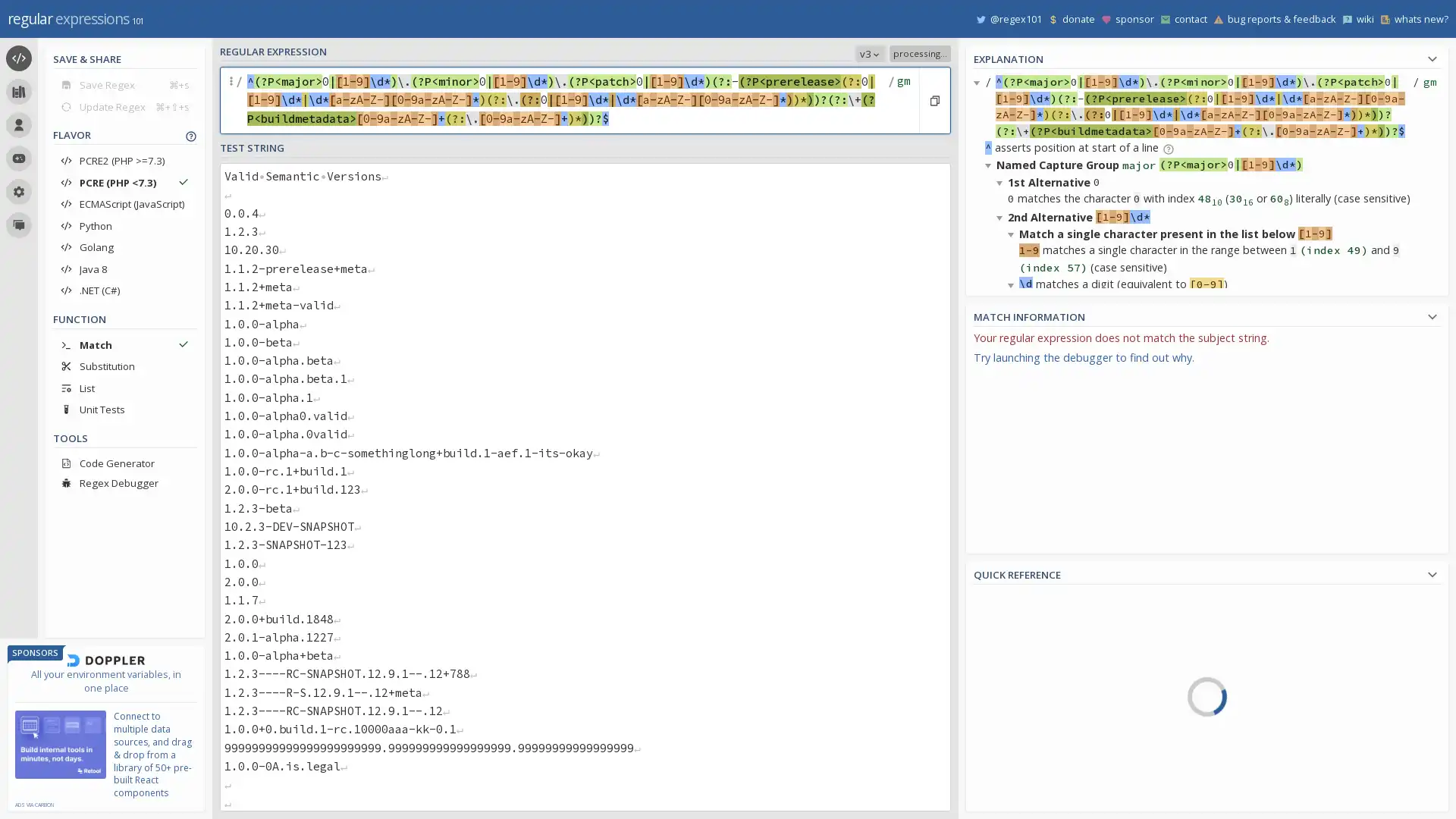 The width and height of the screenshot is (1456, 819). What do you see at coordinates (1014, 595) in the screenshot?
I see `Match 3` at bounding box center [1014, 595].